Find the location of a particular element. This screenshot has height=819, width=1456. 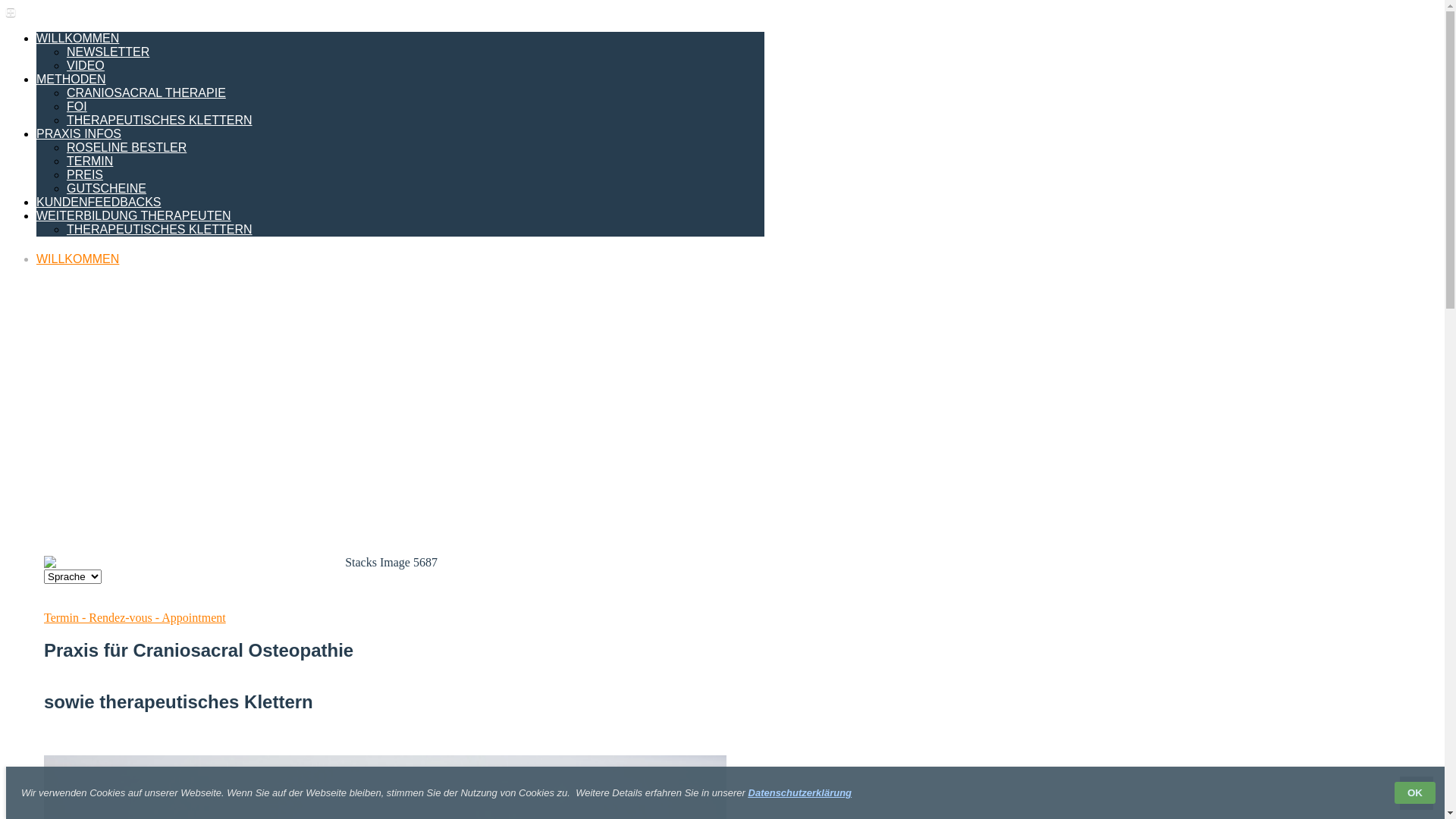

'ROSELINE BESTLER' is located at coordinates (65, 147).